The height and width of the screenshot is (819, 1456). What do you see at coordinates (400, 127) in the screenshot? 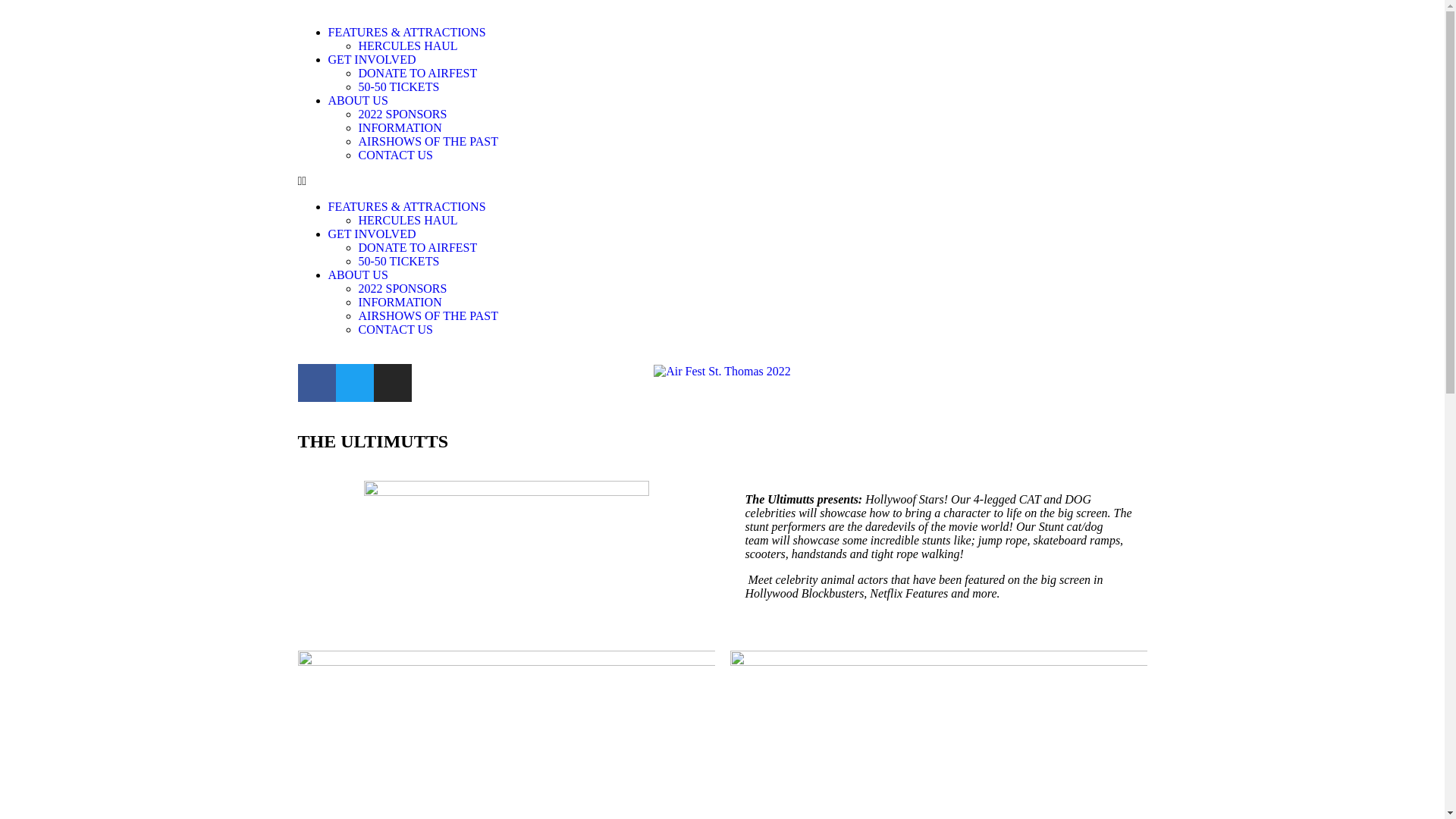
I see `'INFORMATION'` at bounding box center [400, 127].